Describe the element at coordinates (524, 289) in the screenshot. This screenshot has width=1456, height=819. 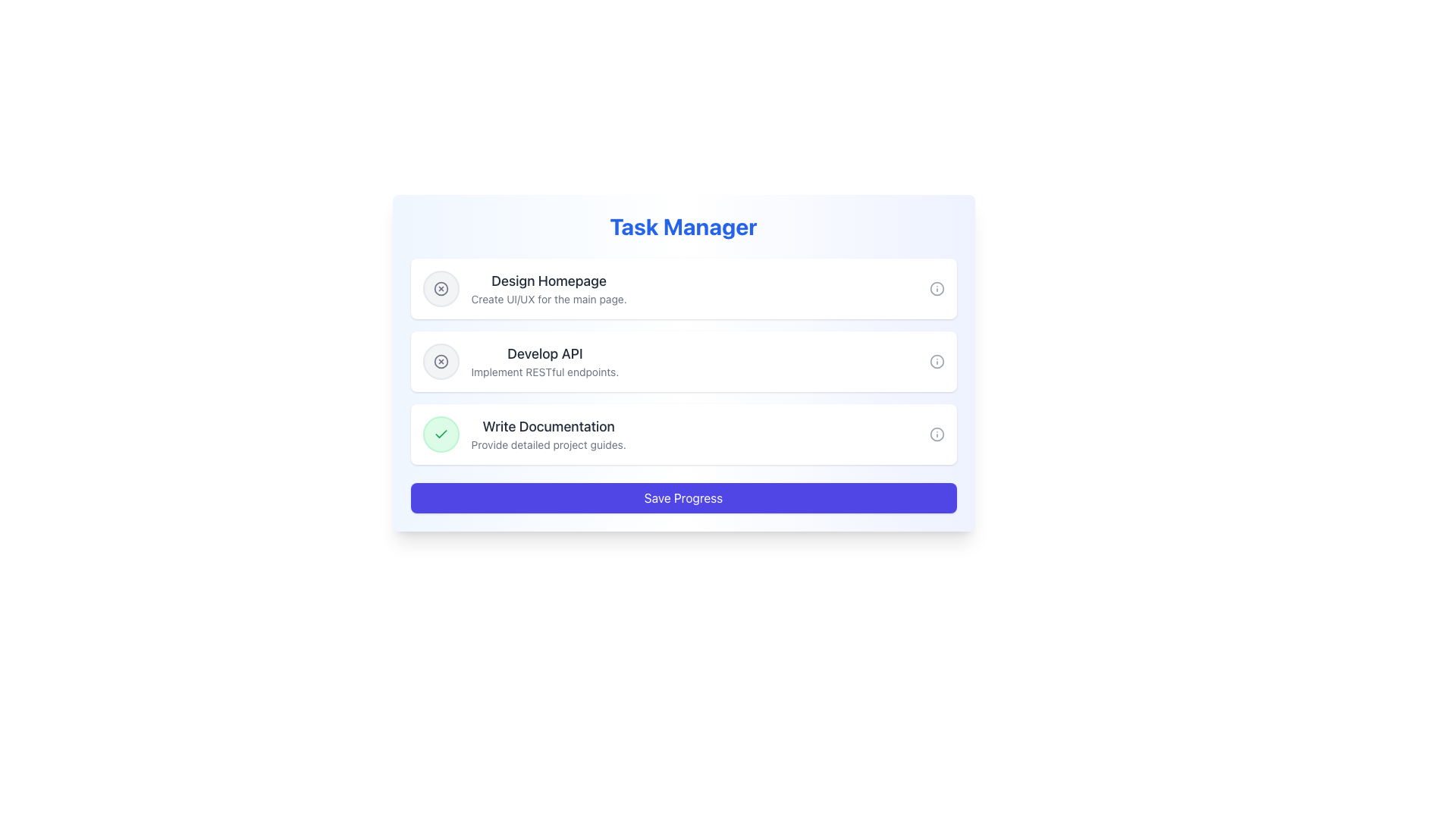
I see `the Task item section displaying the title 'Design Homepage'` at that location.